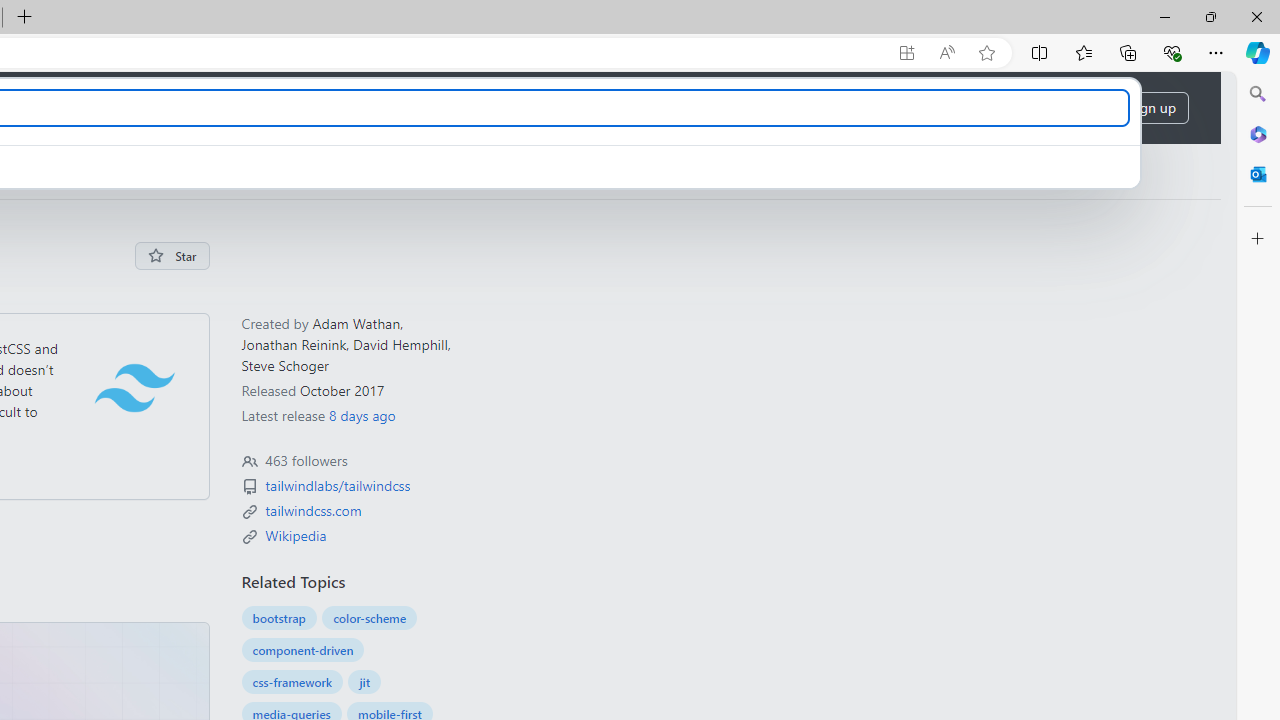  Describe the element at coordinates (370, 617) in the screenshot. I see `'color-scheme'` at that location.